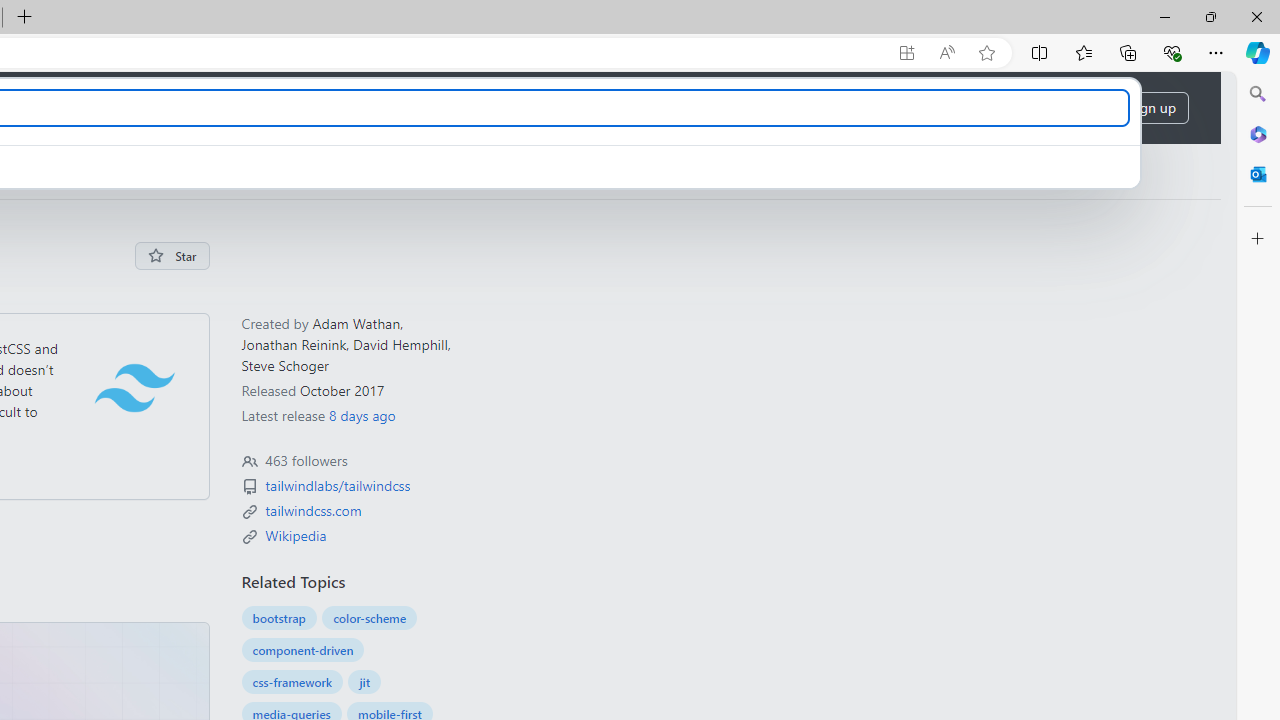  Describe the element at coordinates (370, 617) in the screenshot. I see `'color-scheme'` at that location.